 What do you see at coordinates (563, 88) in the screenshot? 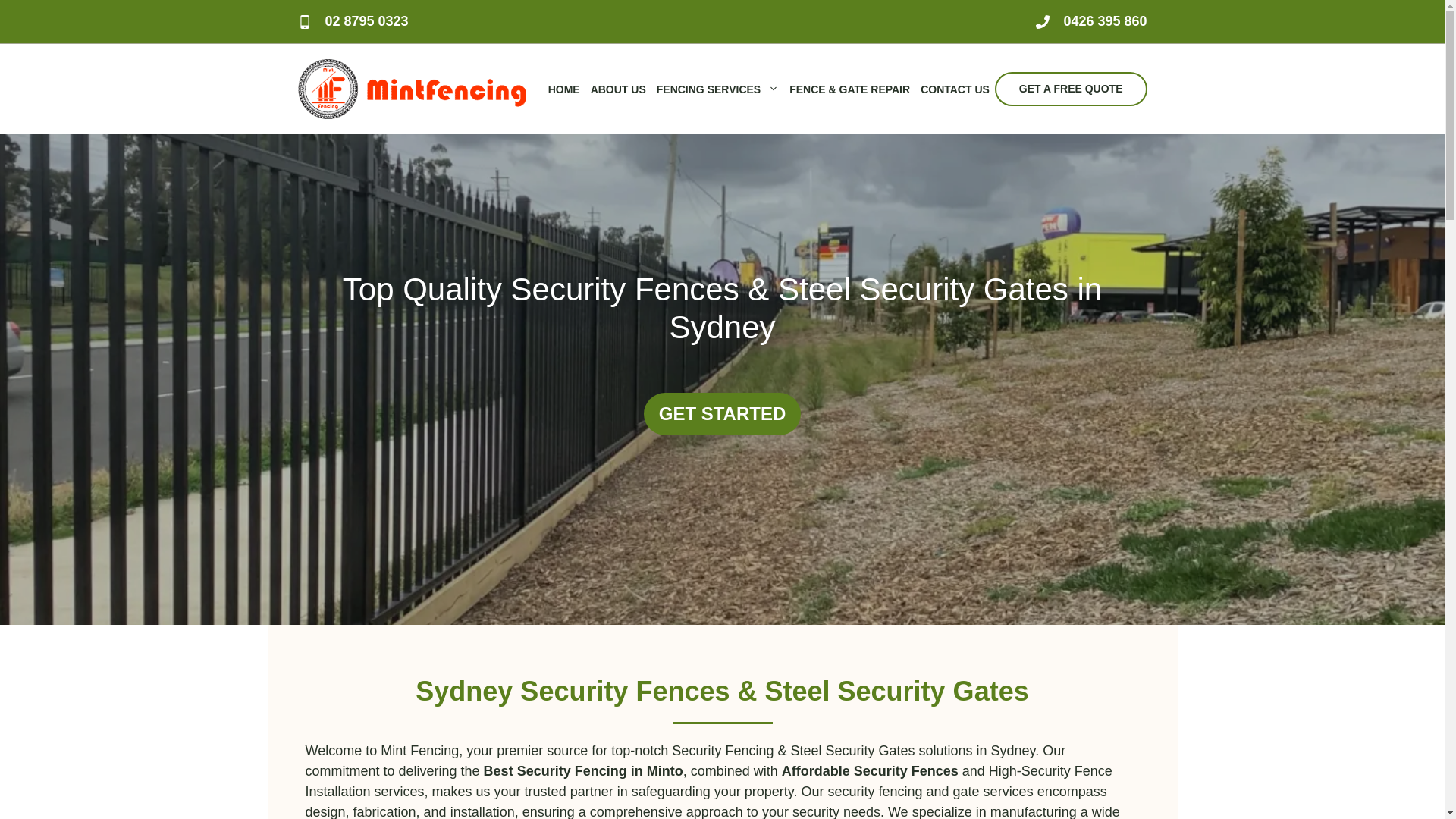
I see `'HOME'` at bounding box center [563, 88].